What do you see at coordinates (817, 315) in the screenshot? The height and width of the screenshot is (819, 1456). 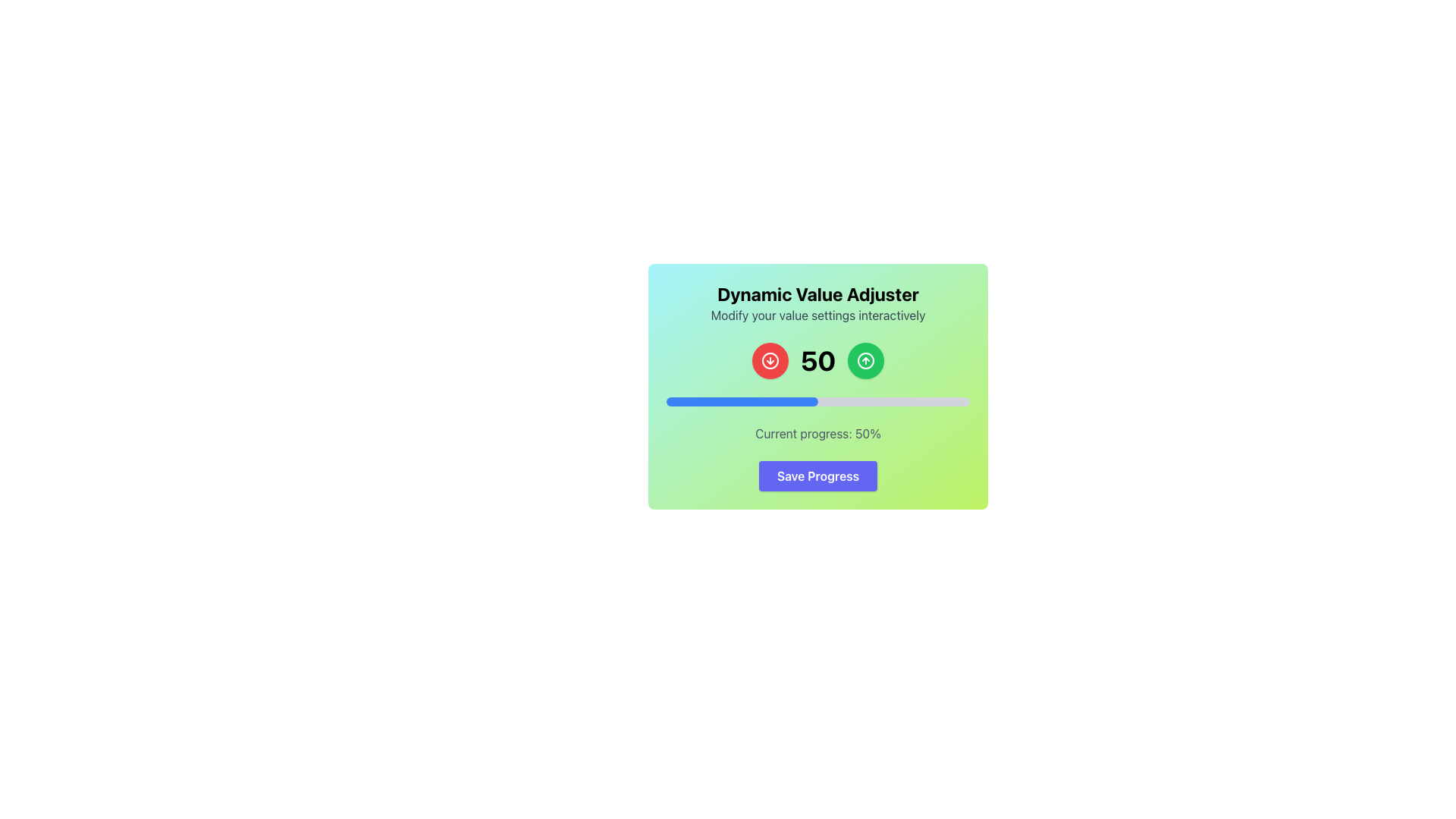 I see `the textual content that displays 'Modify your value settings interactively'` at bounding box center [817, 315].